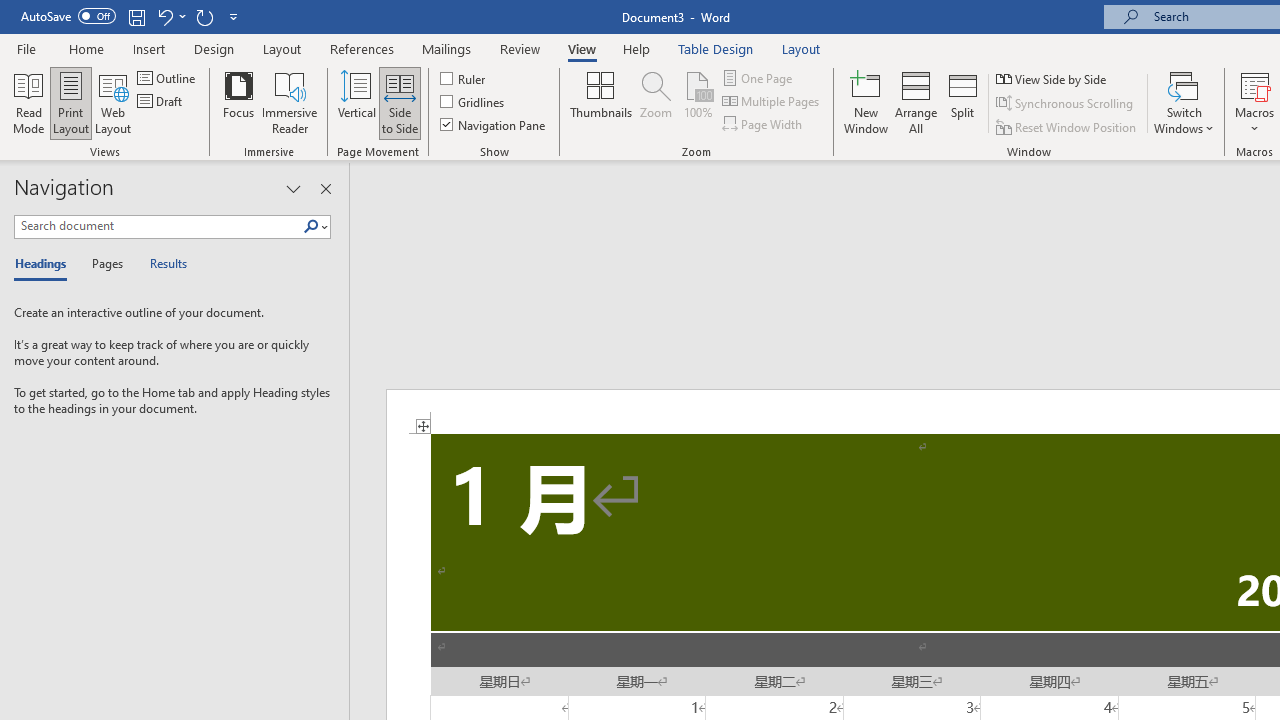 This screenshot has height=720, width=1280. What do you see at coordinates (656, 103) in the screenshot?
I see `'Zoom...'` at bounding box center [656, 103].